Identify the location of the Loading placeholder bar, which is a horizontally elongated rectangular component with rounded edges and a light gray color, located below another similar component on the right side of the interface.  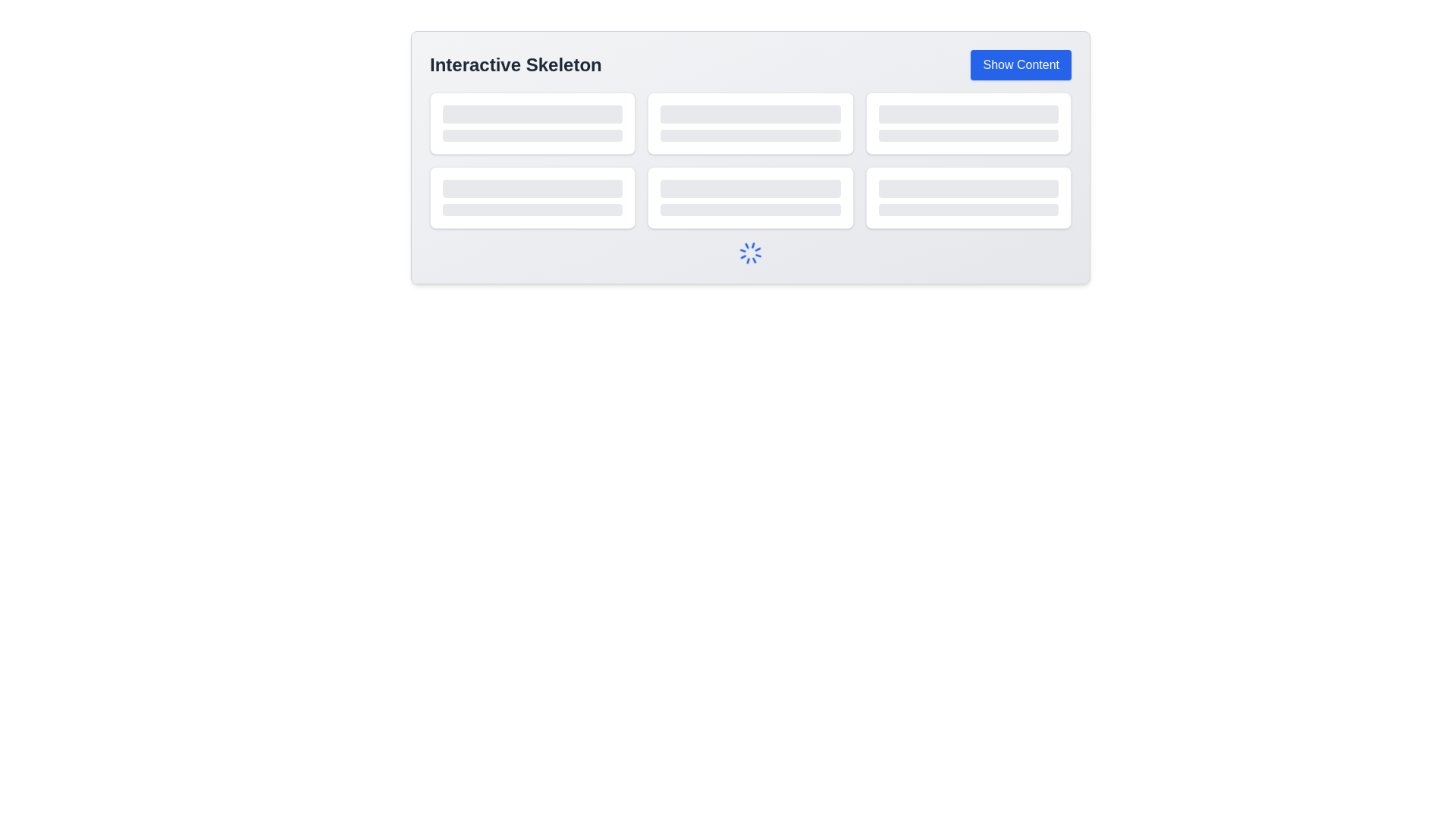
(968, 210).